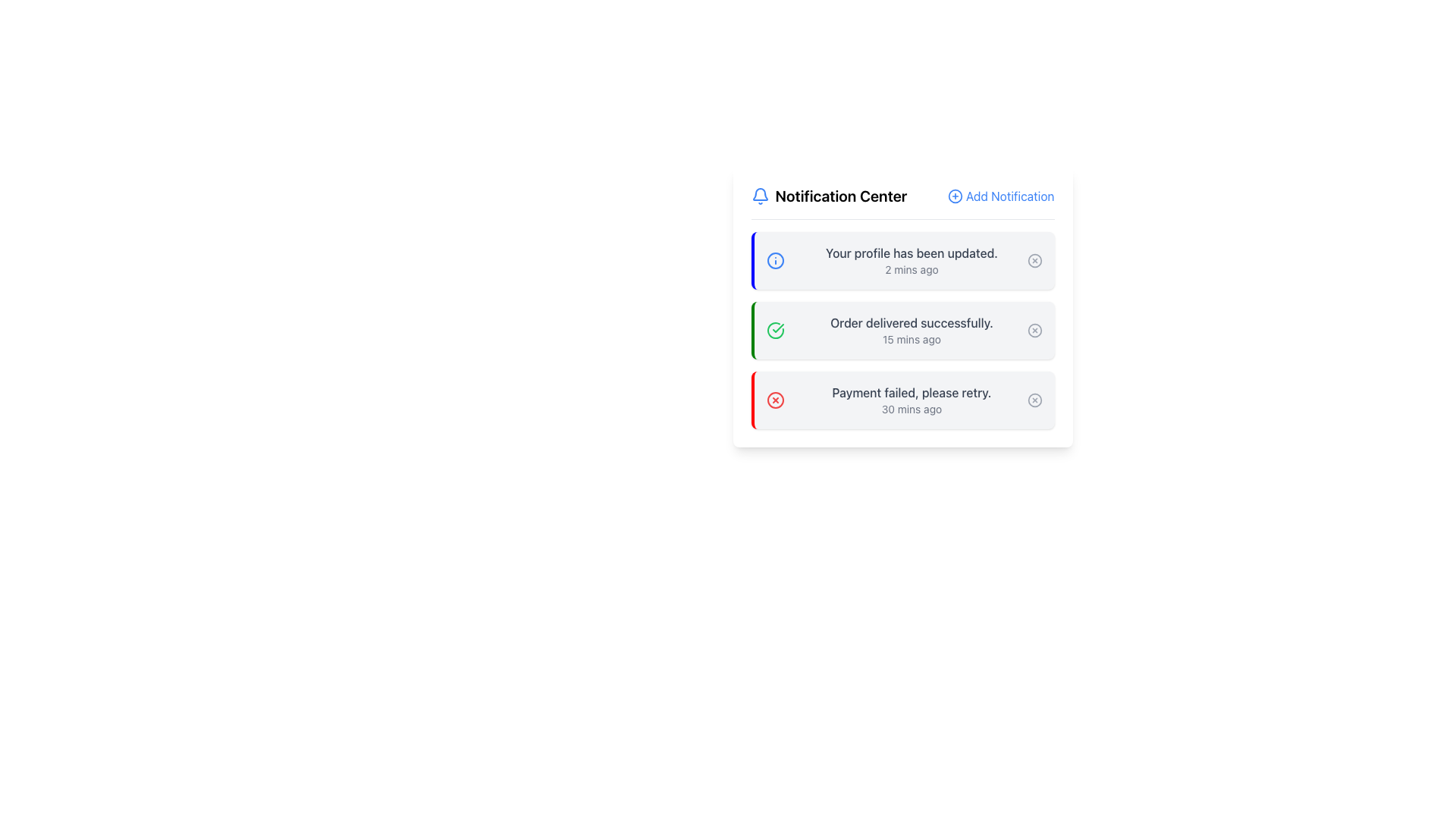  What do you see at coordinates (1034, 259) in the screenshot?
I see `the circular SVG-based graphical component that represents the notification status for 'Your profile has been updated.'` at bounding box center [1034, 259].